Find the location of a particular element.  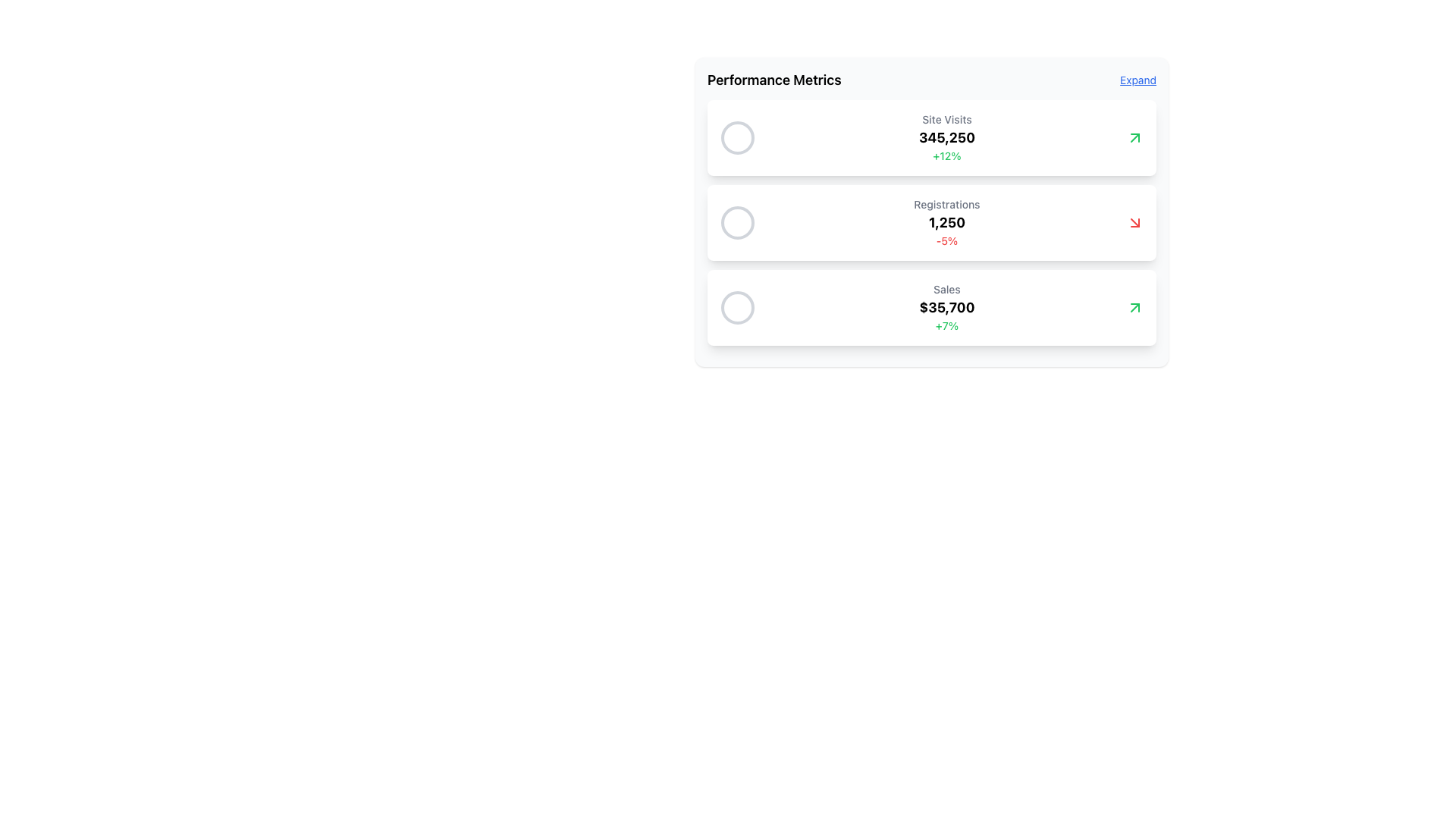

the 'Performance Metrics' text label located at the top-left corner of the metrics display section is located at coordinates (774, 80).